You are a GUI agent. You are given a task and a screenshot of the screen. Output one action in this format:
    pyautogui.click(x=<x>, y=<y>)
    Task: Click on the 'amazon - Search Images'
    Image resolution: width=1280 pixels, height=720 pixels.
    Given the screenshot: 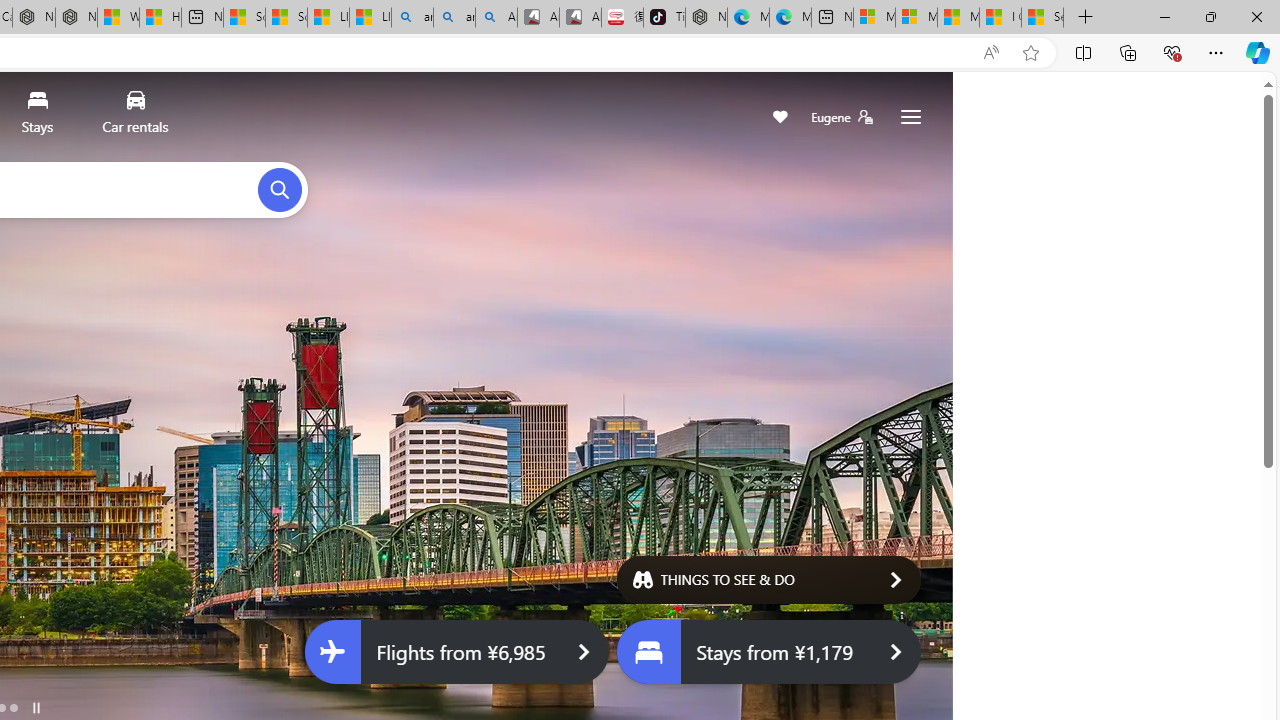 What is the action you would take?
    pyautogui.click(x=453, y=17)
    